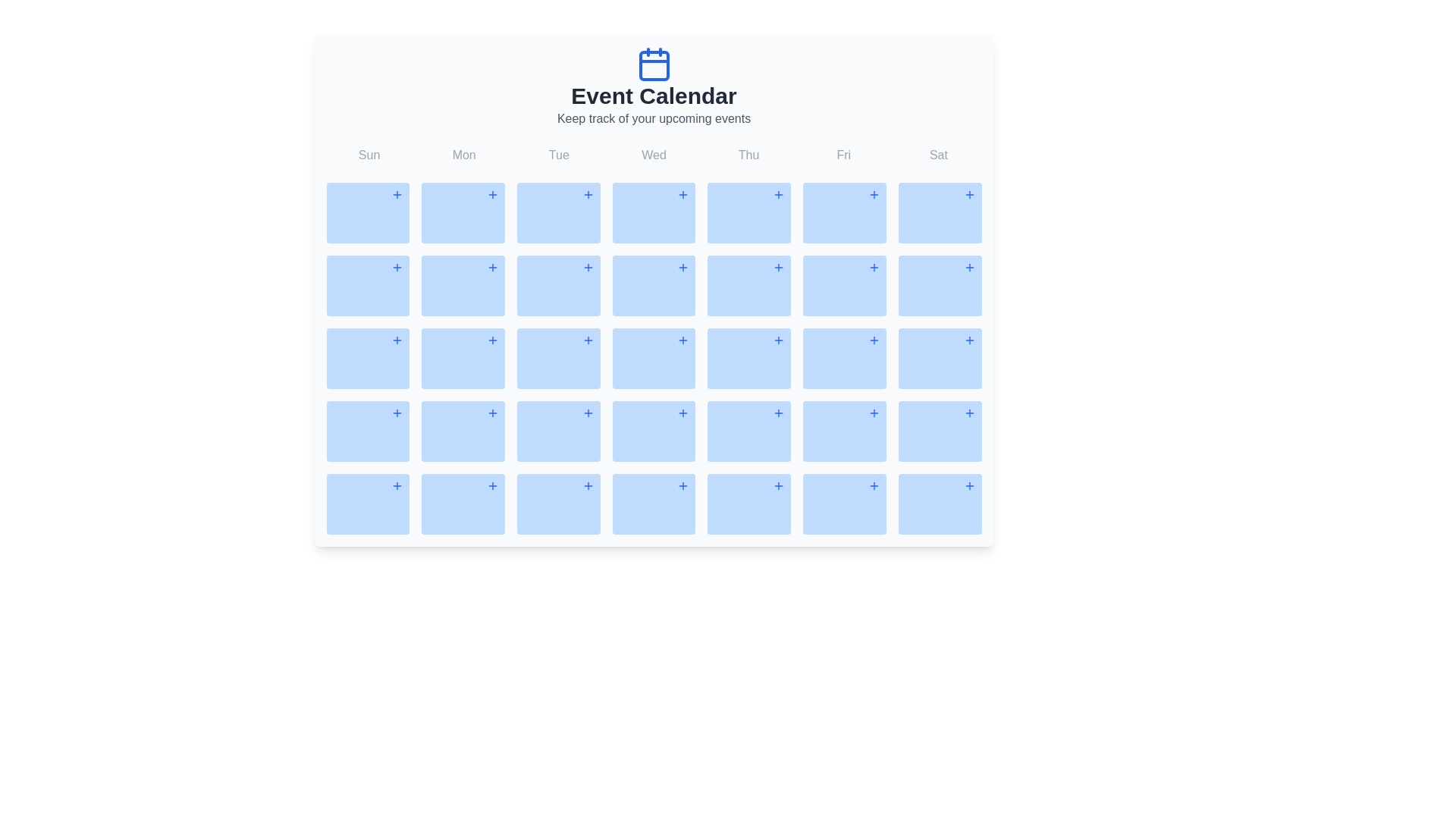 This screenshot has height=819, width=1456. I want to click on the static text label displaying 'Mon', which is centrally aligned in a medium-weight grey font and located in the second position of the row of weekday labels at the top of the calendar grid, so click(463, 155).